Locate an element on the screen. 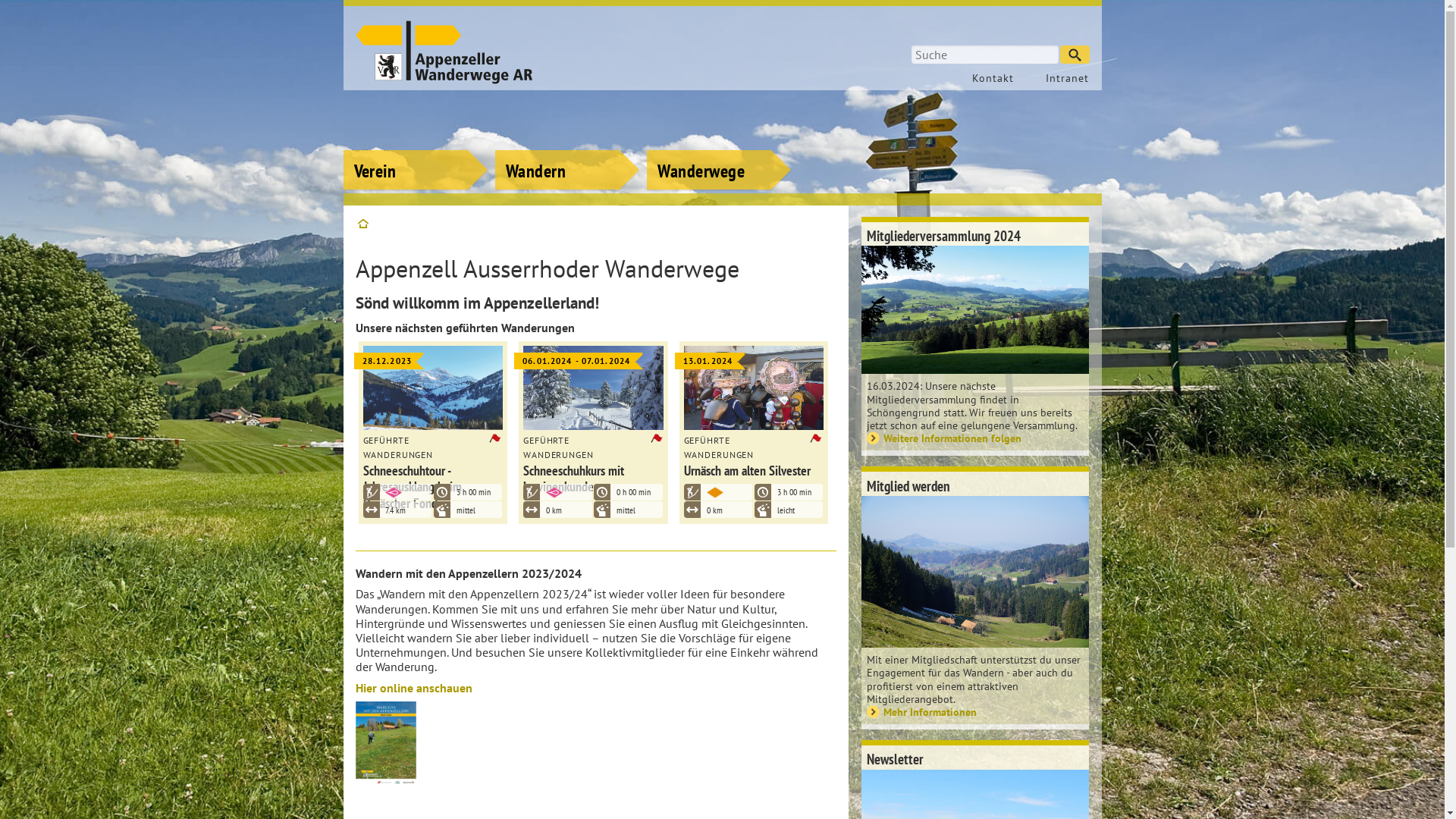 The image size is (1456, 819). 'Kontakt' is located at coordinates (952, 78).